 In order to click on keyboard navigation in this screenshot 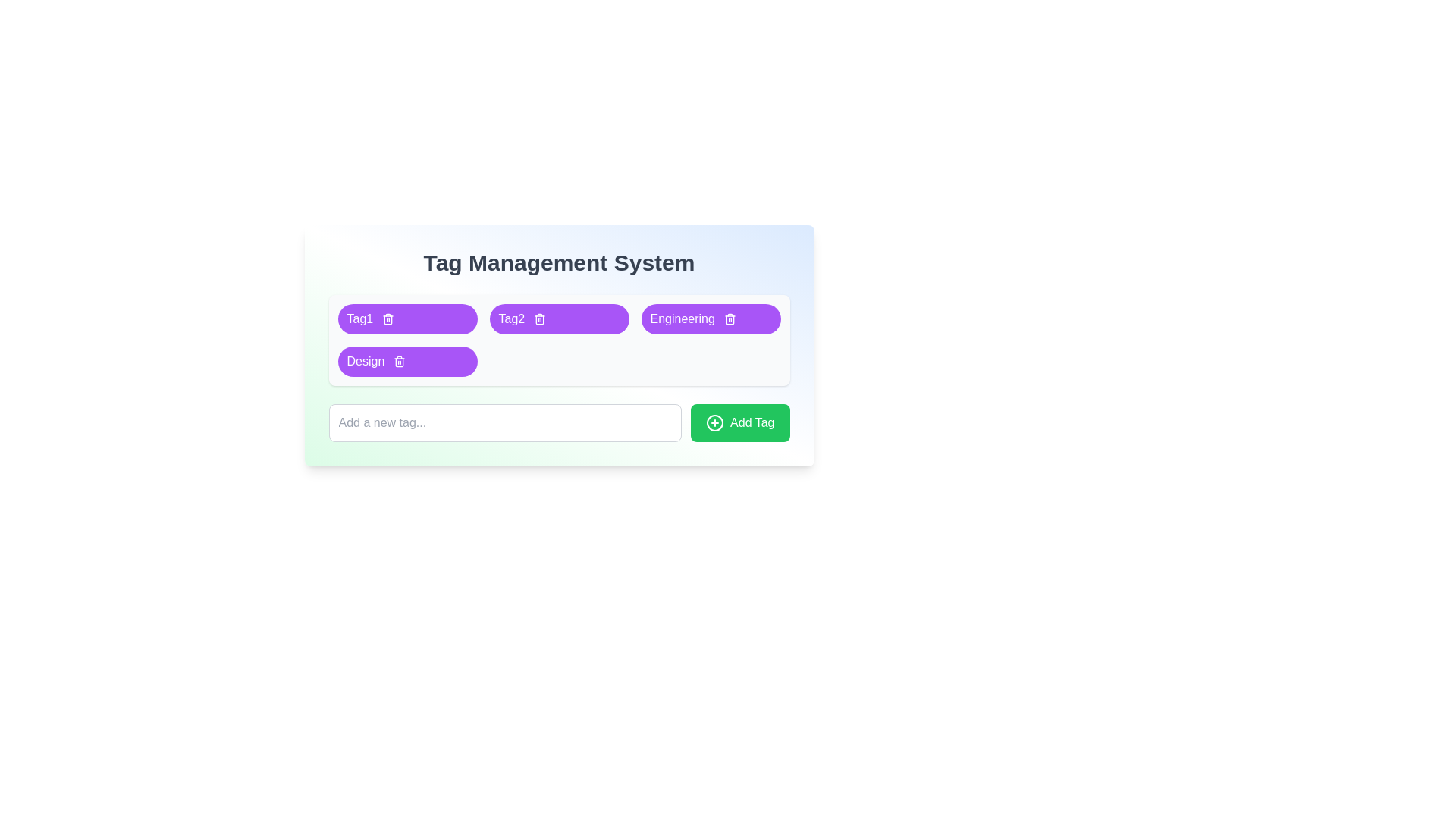, I will do `click(714, 423)`.